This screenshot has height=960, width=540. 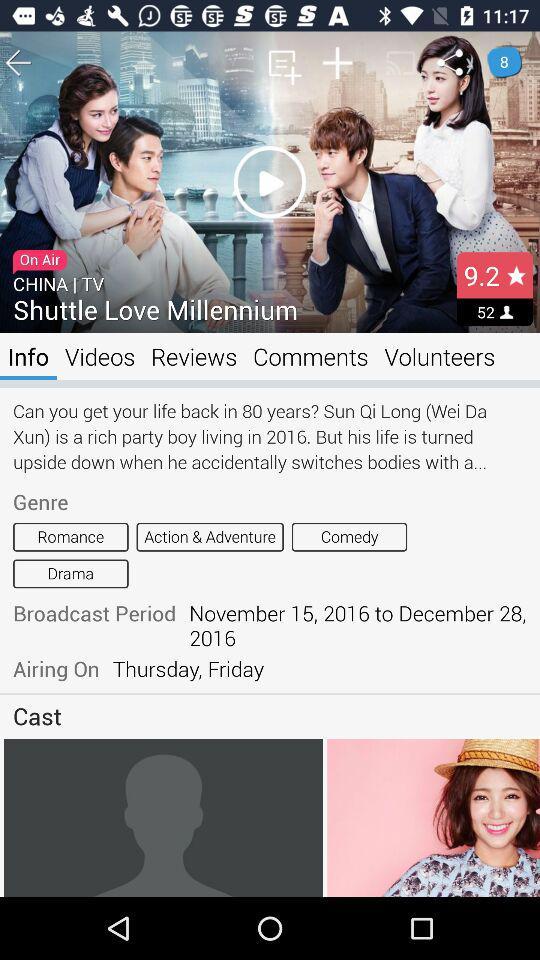 I want to click on item to the right of info item, so click(x=99, y=356).